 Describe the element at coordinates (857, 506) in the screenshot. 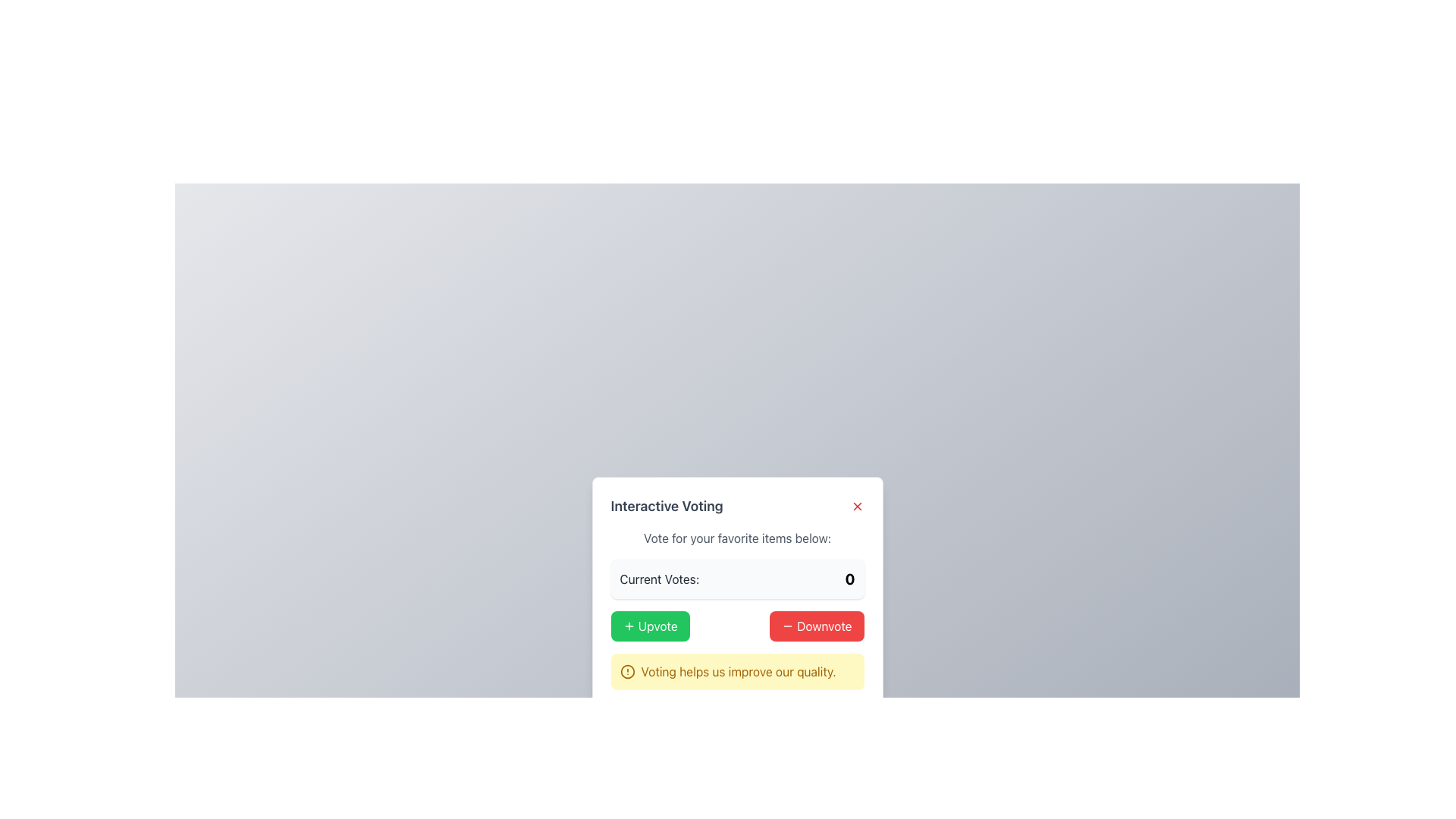

I see `the Close button represented by a minimalistic 'X' icon in the top-right corner of the interactive voting panel` at that location.